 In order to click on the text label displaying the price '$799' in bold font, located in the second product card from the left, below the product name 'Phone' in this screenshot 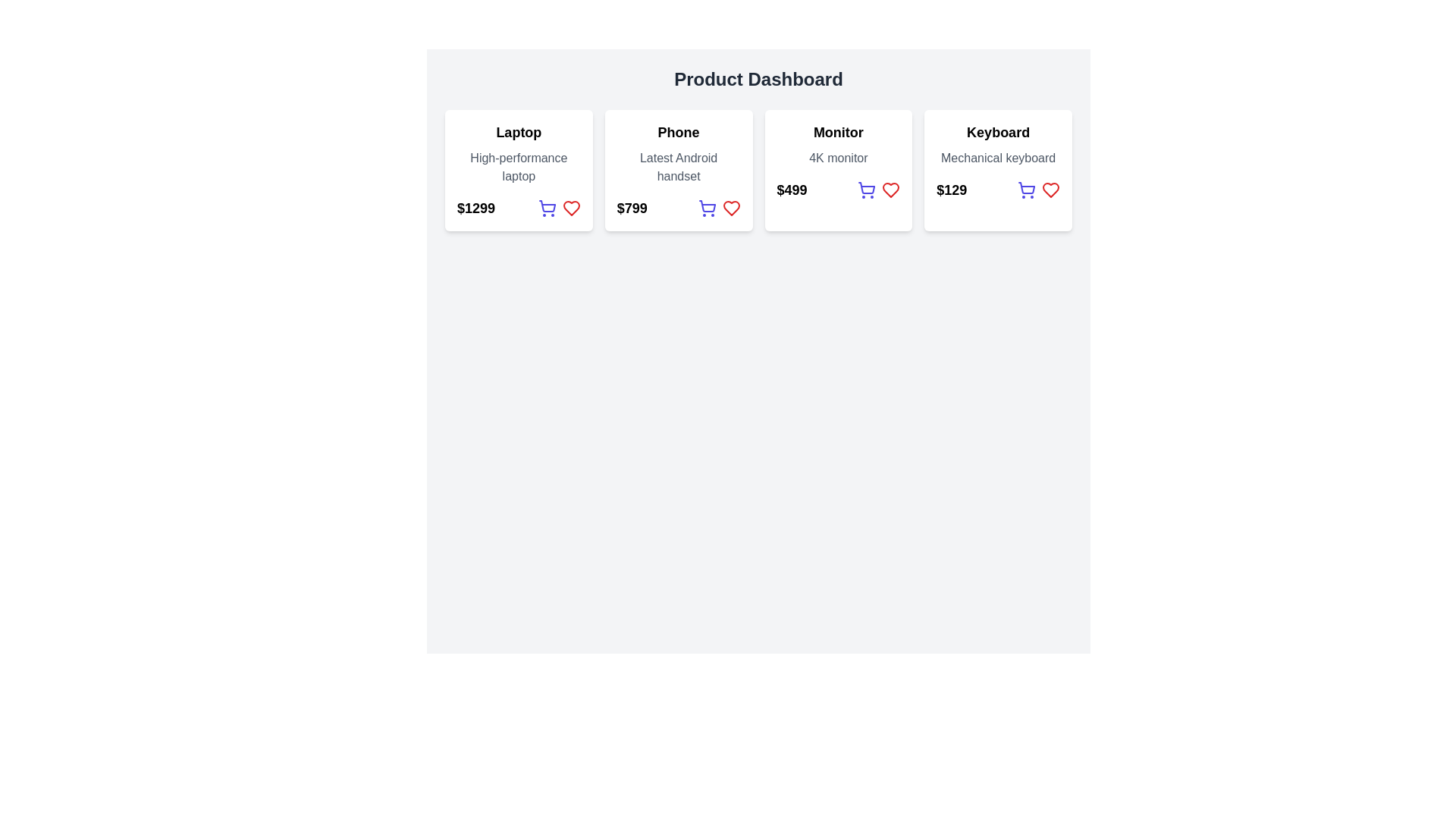, I will do `click(632, 208)`.